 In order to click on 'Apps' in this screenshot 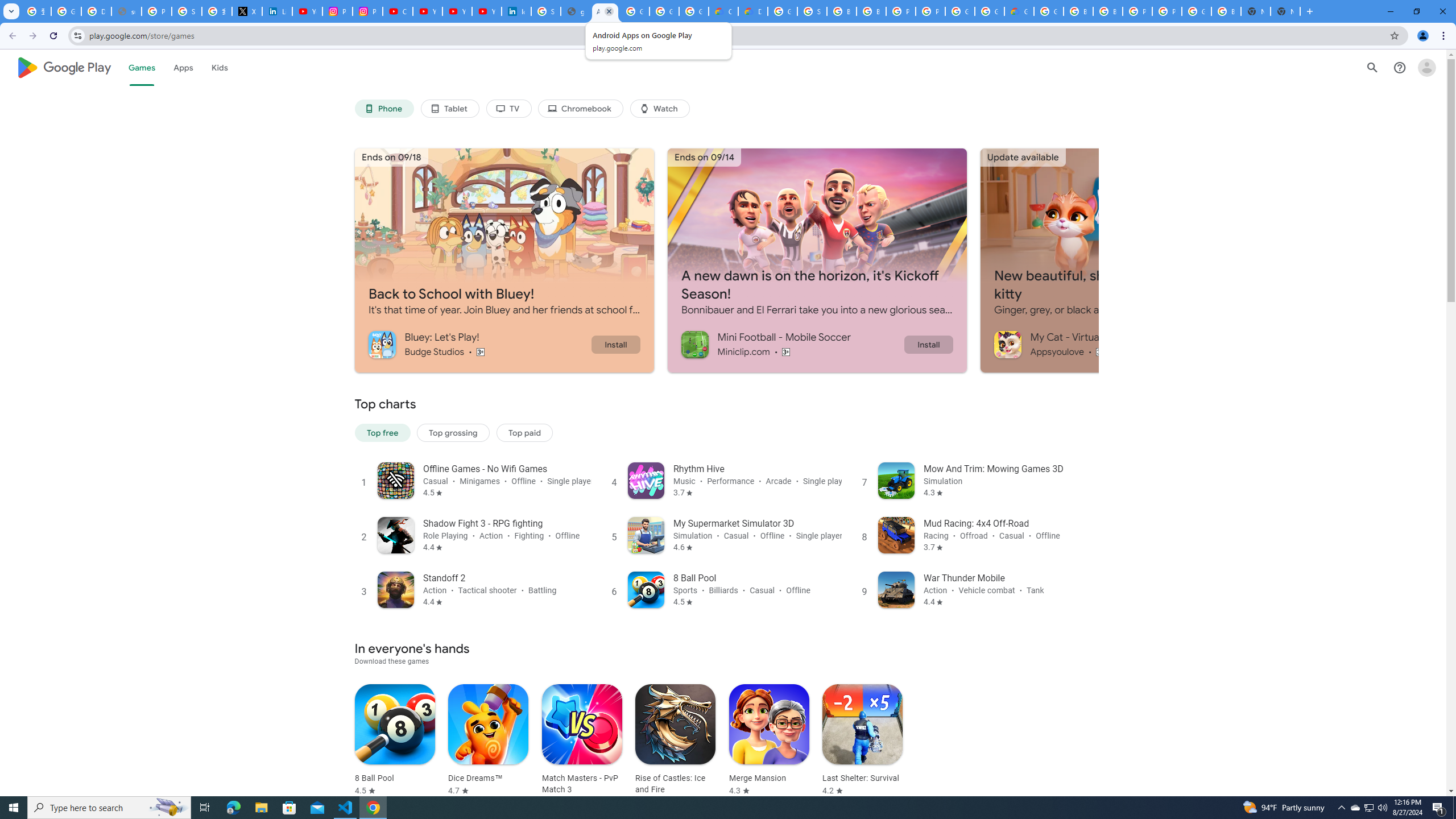, I will do `click(183, 67)`.